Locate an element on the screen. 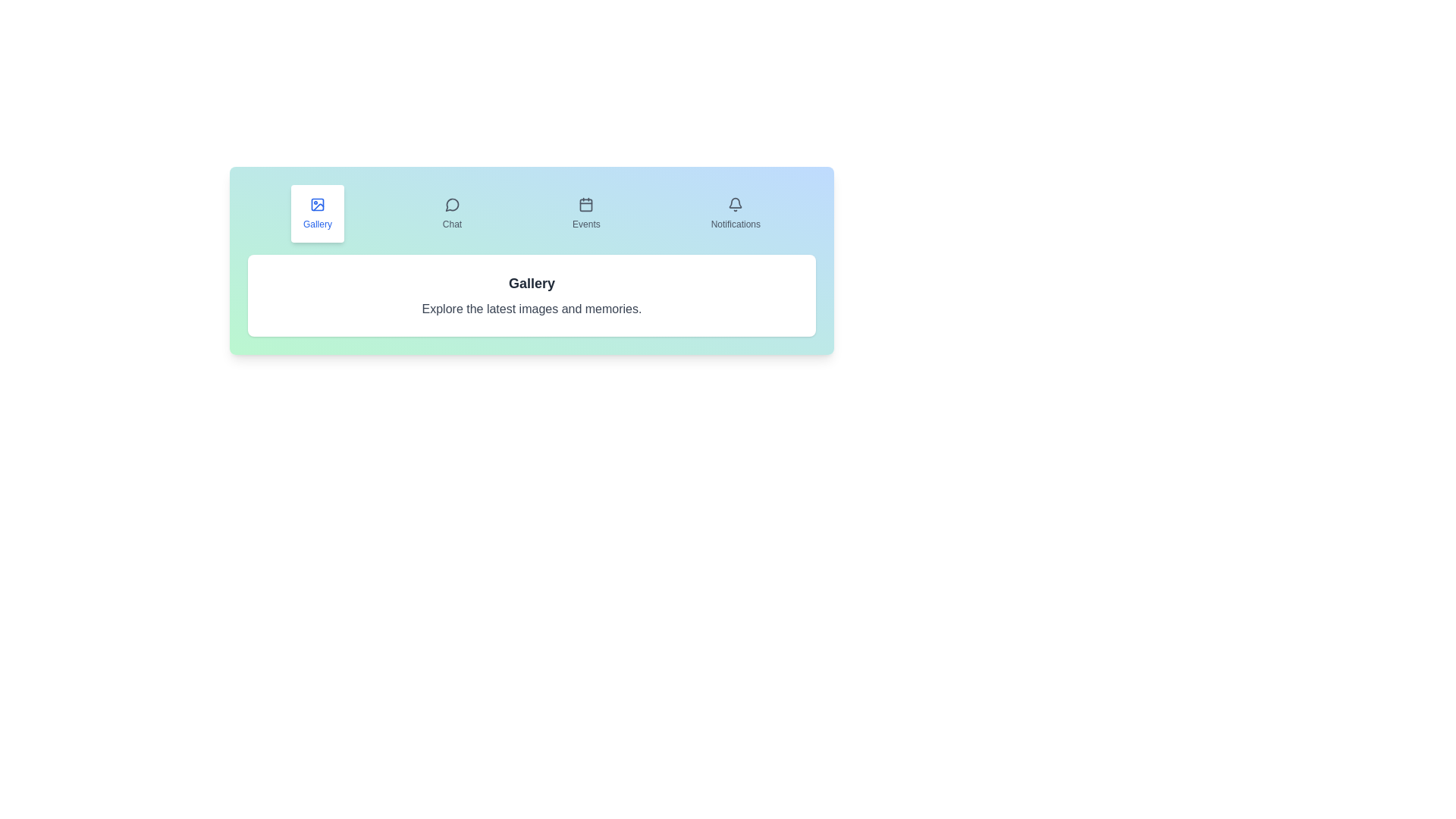  the Gallery tab to display its content is located at coordinates (316, 213).